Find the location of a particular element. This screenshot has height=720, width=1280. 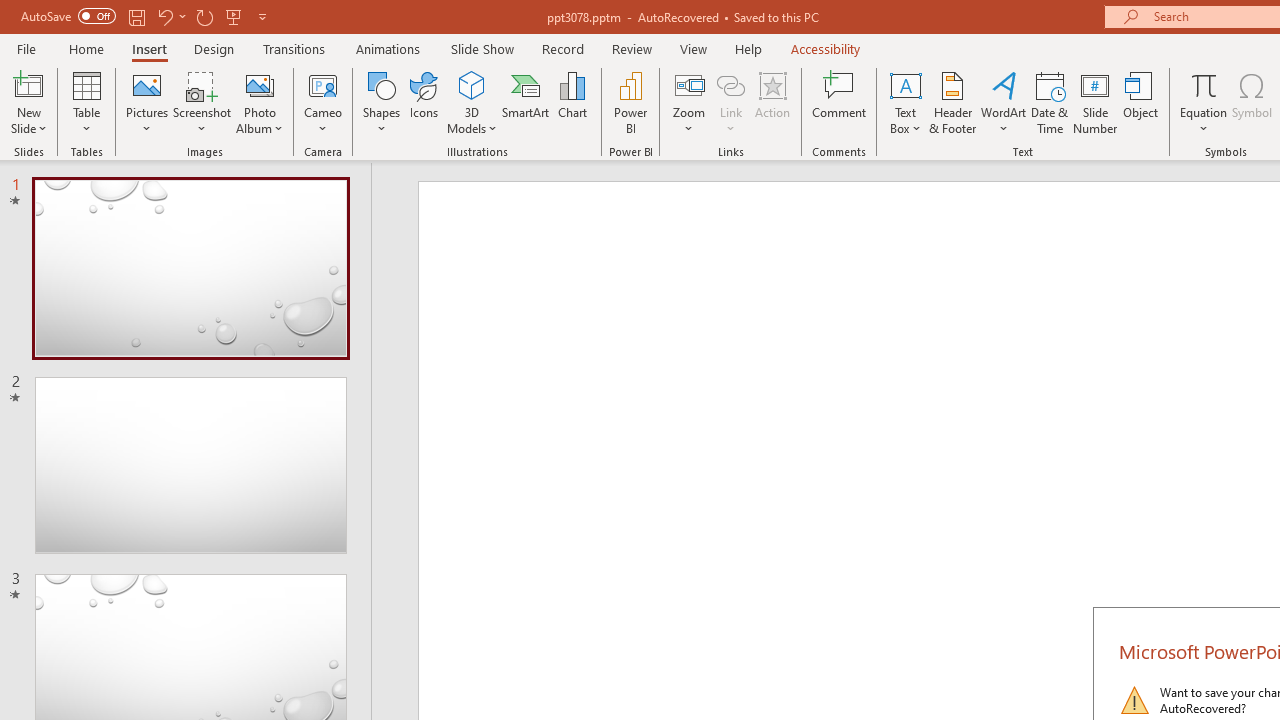

'Power BI' is located at coordinates (630, 103).